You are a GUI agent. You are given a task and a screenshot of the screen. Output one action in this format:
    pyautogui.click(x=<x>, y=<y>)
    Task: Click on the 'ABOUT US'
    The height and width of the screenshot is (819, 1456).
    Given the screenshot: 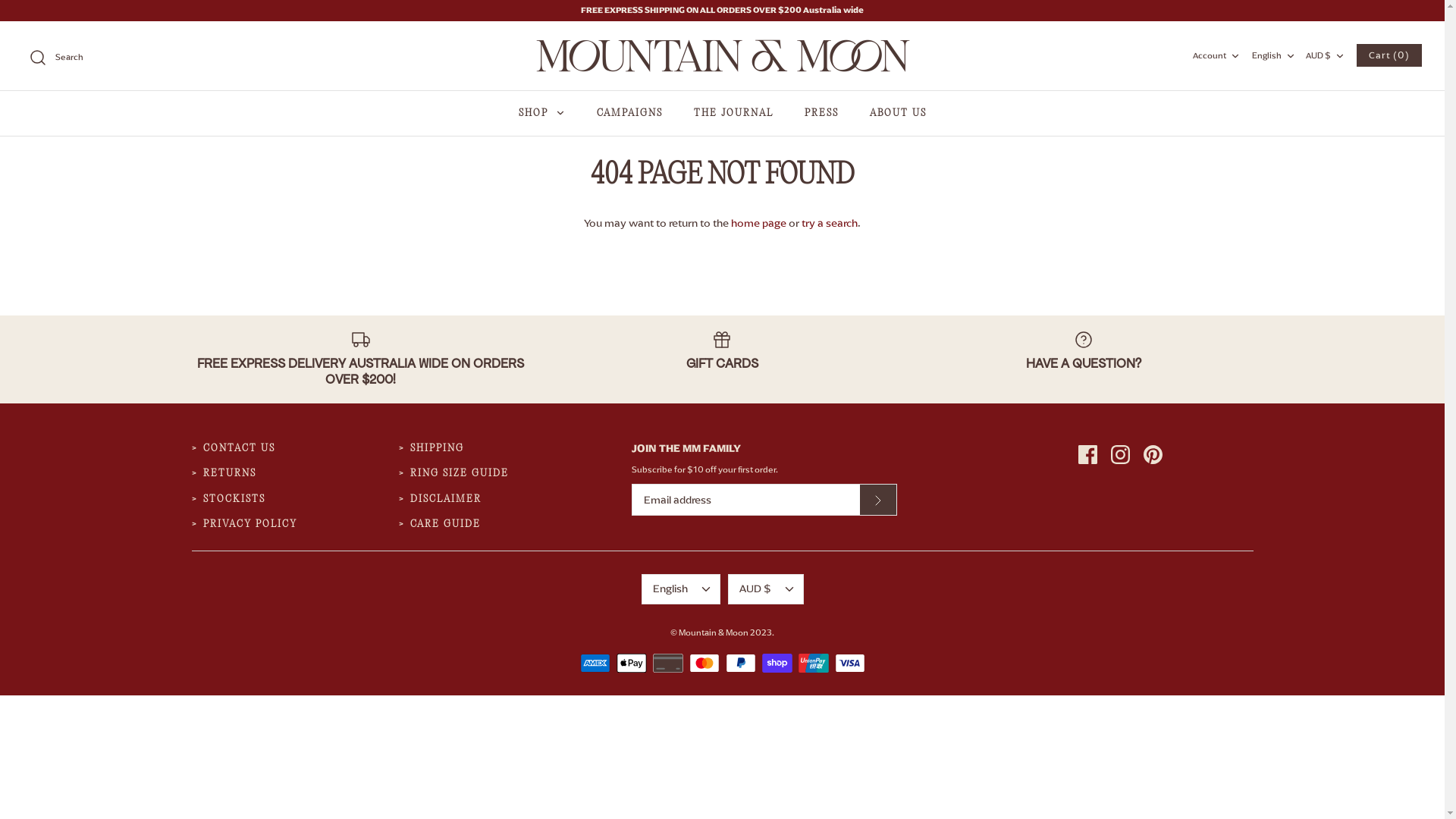 What is the action you would take?
    pyautogui.click(x=897, y=113)
    